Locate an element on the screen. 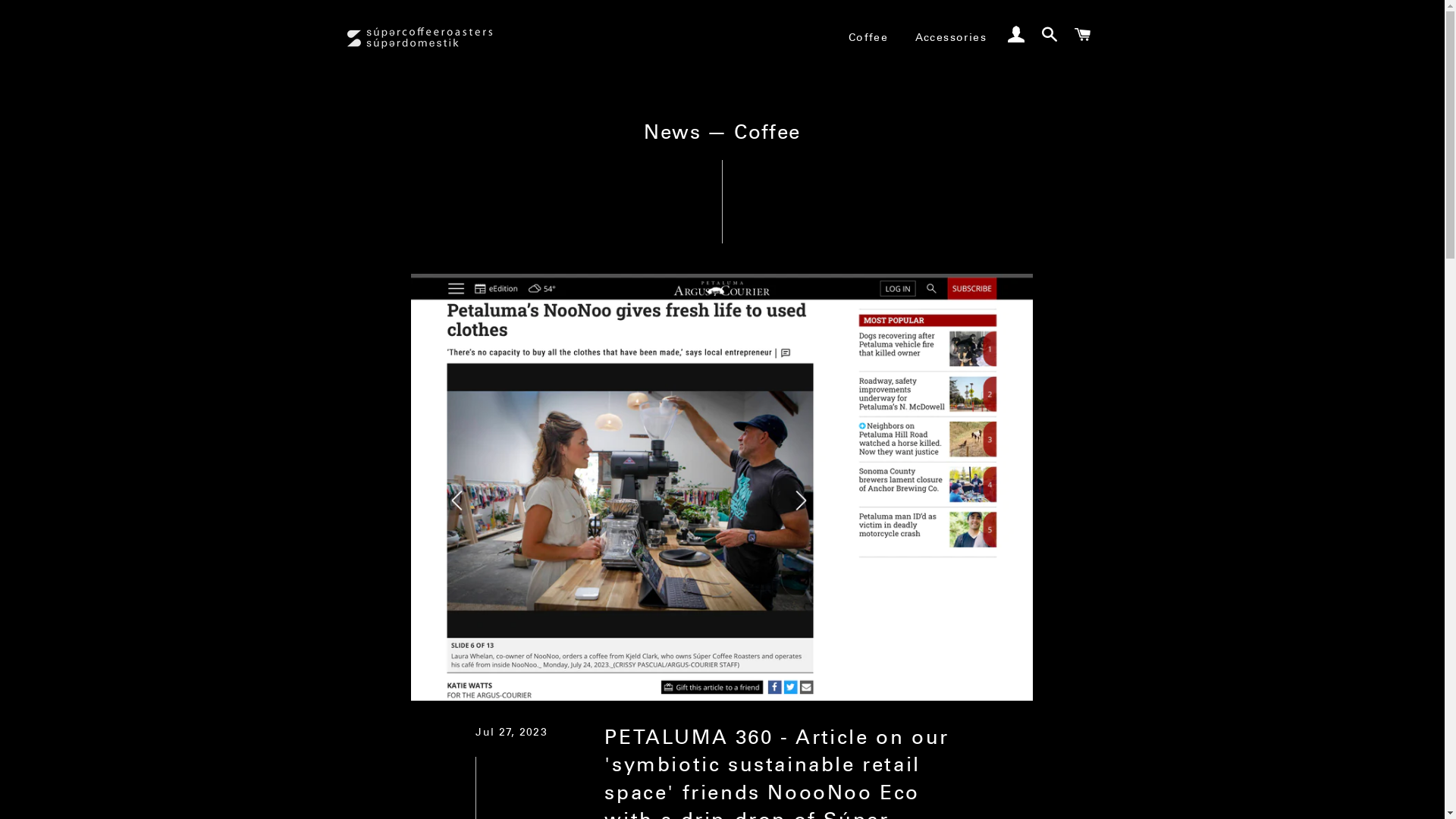 This screenshot has width=1456, height=819. 'Coffee' is located at coordinates (868, 37).